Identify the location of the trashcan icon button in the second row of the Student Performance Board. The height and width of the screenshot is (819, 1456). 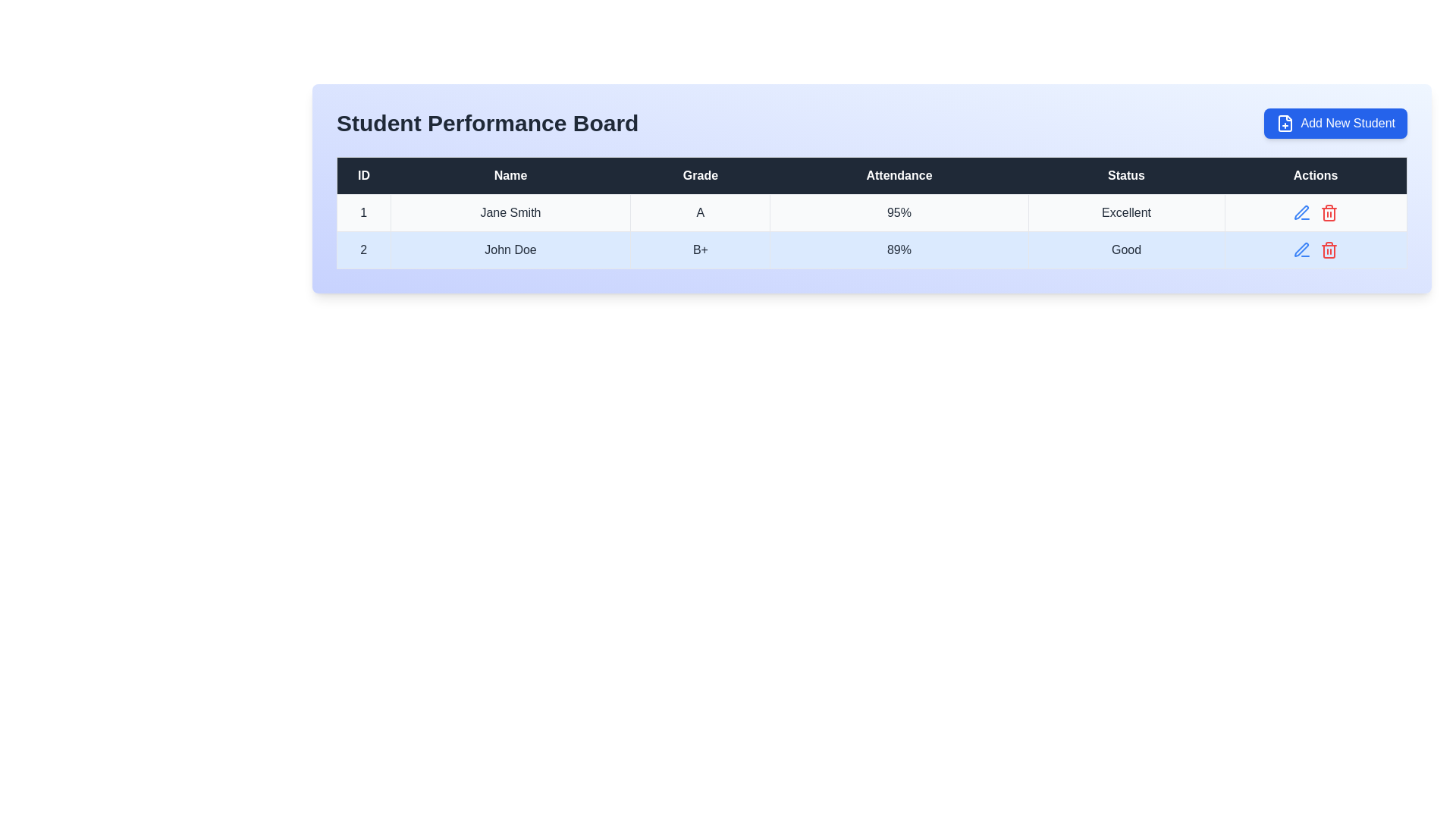
(1329, 249).